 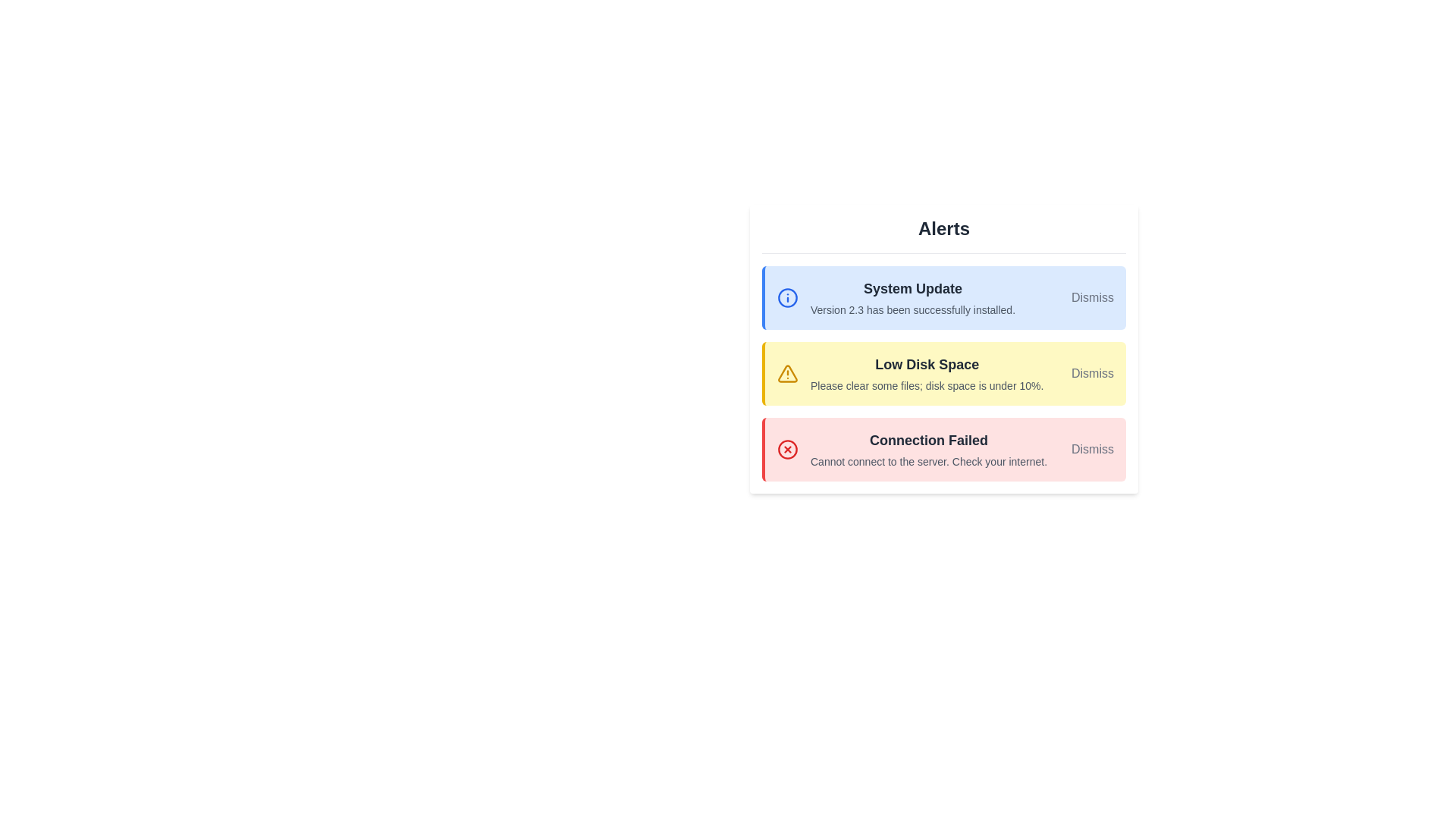 What do you see at coordinates (787, 449) in the screenshot?
I see `the critical error icon indicating a connection failure, located to the left of the 'Connection Failed' alert message box` at bounding box center [787, 449].